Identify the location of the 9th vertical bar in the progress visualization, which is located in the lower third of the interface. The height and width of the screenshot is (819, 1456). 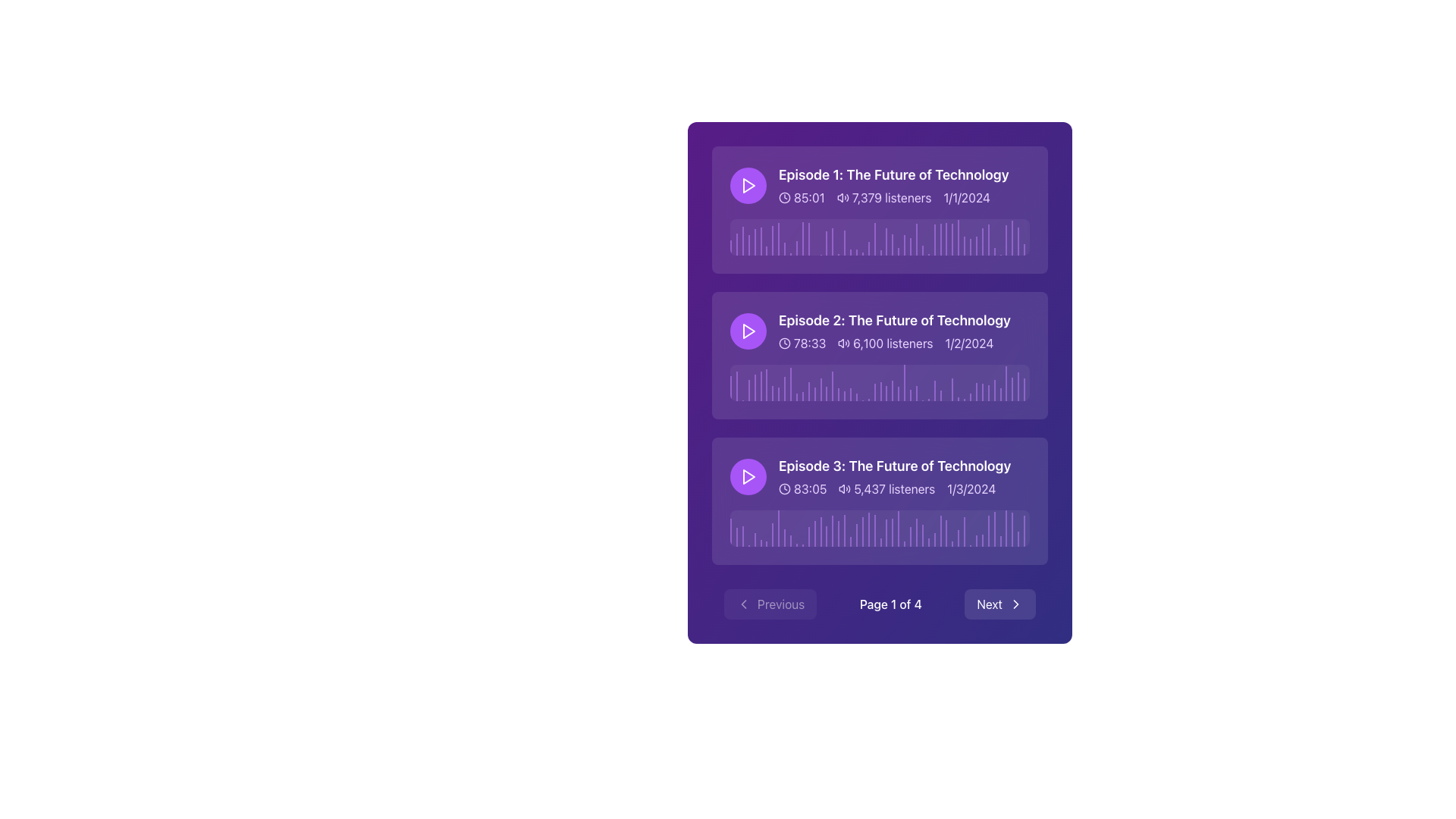
(779, 528).